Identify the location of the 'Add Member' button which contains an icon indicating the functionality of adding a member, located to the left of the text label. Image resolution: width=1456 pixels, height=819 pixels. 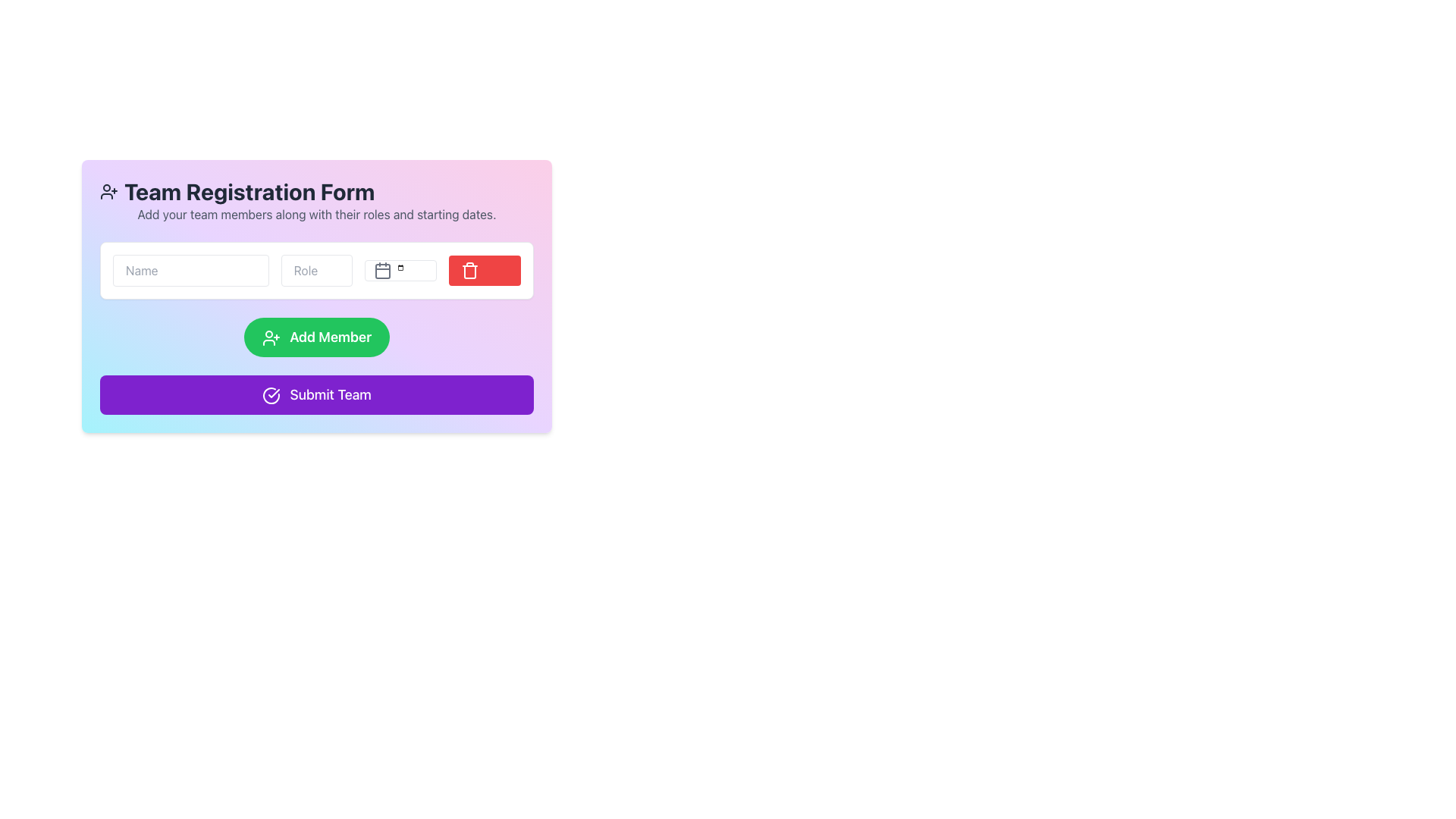
(271, 337).